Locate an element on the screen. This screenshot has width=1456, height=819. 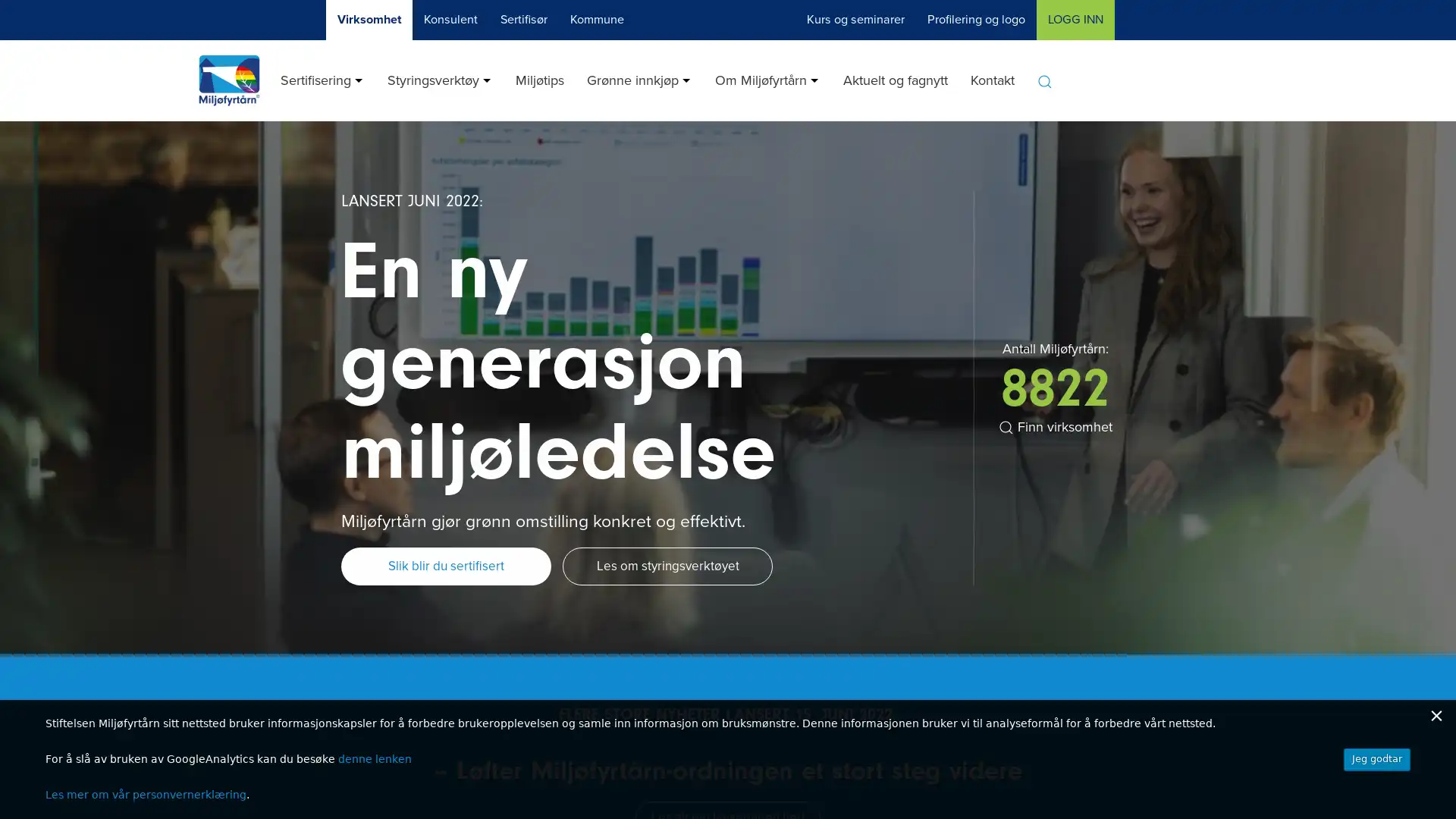
Jeg godtar is located at coordinates (1376, 759).